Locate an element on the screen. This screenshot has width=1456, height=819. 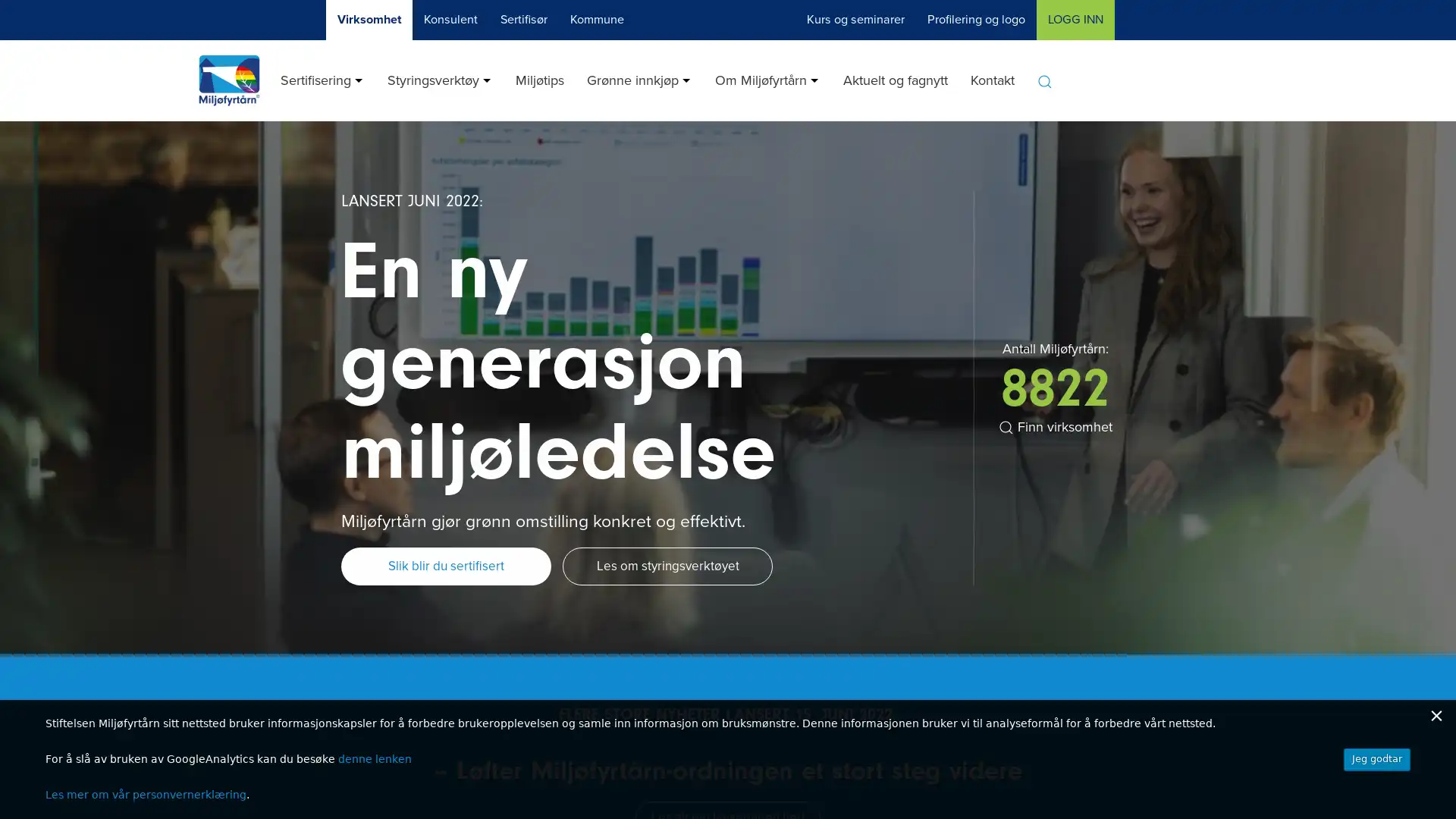
Jeg godtar is located at coordinates (1376, 759).